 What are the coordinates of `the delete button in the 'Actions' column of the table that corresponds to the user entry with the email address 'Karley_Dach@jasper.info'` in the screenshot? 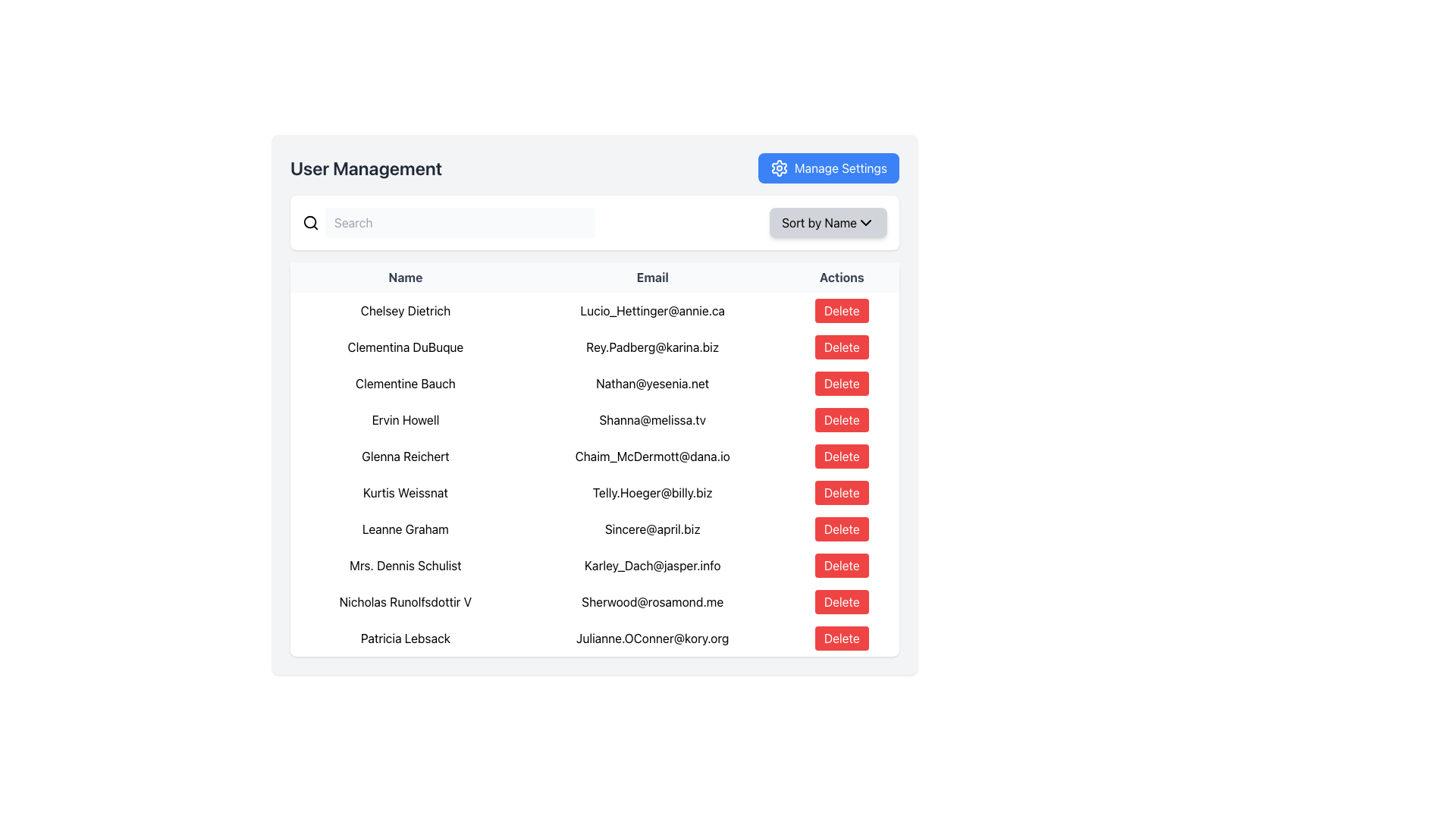 It's located at (841, 565).